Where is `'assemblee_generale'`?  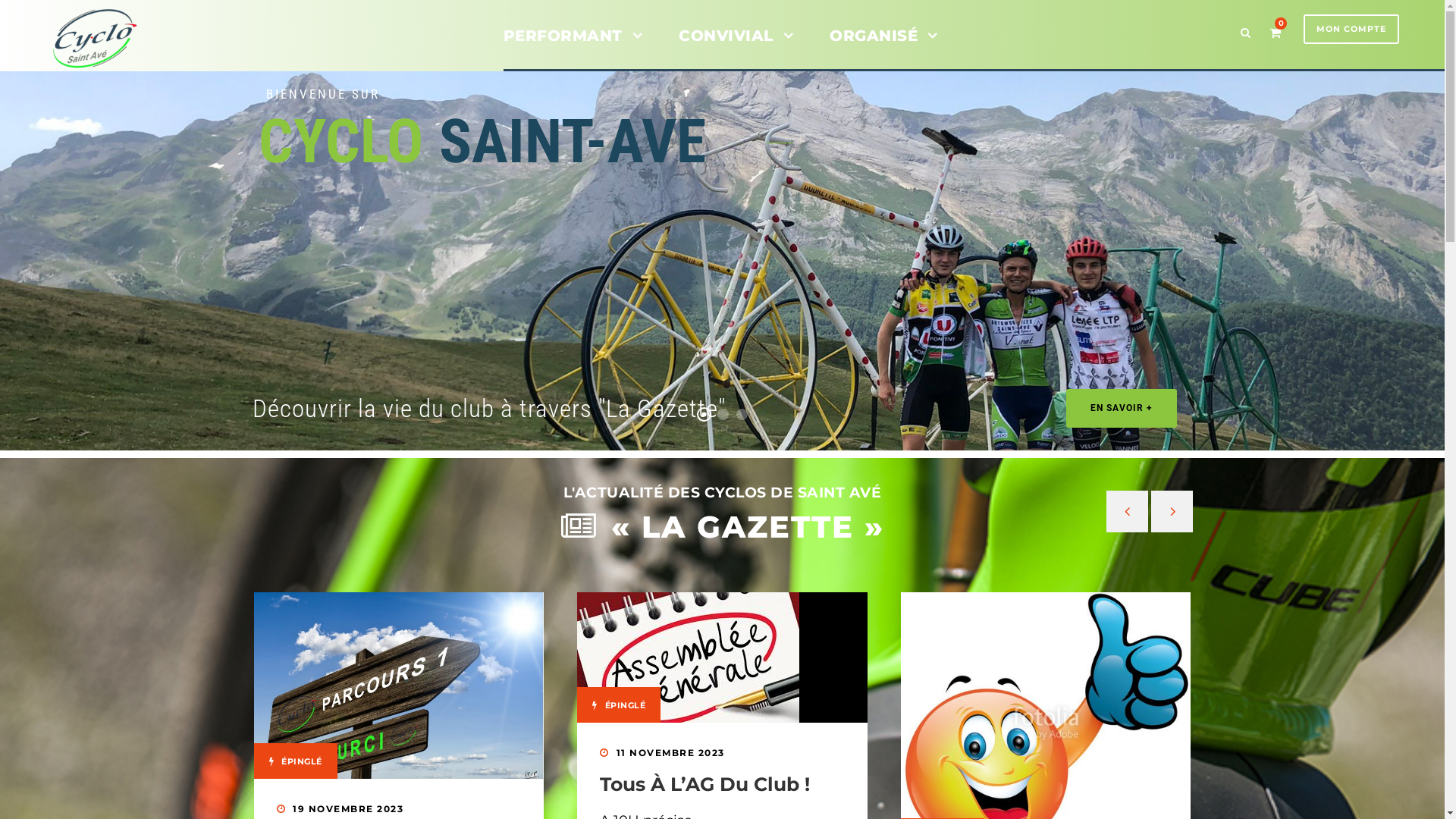
'assemblee_generale' is located at coordinates (687, 657).